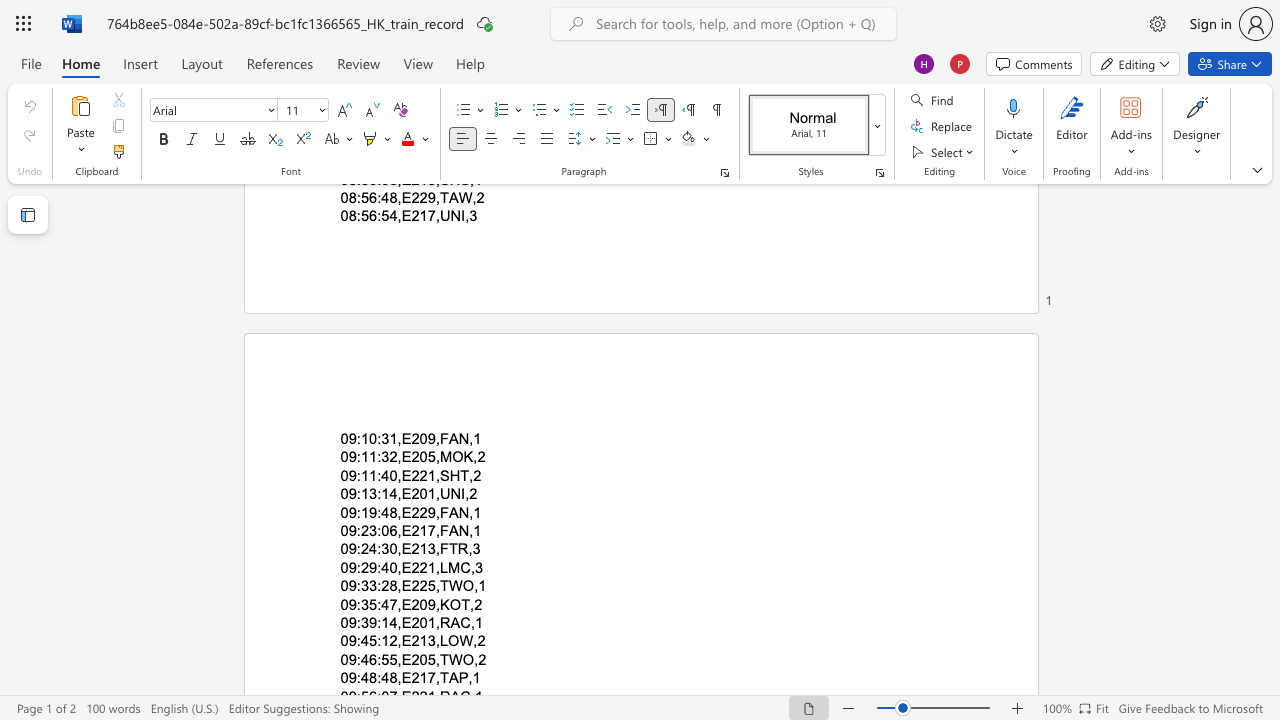 The width and height of the screenshot is (1280, 720). What do you see at coordinates (400, 494) in the screenshot?
I see `the subset text "E2" within the text "09:13:14,E201,UNI,2"` at bounding box center [400, 494].